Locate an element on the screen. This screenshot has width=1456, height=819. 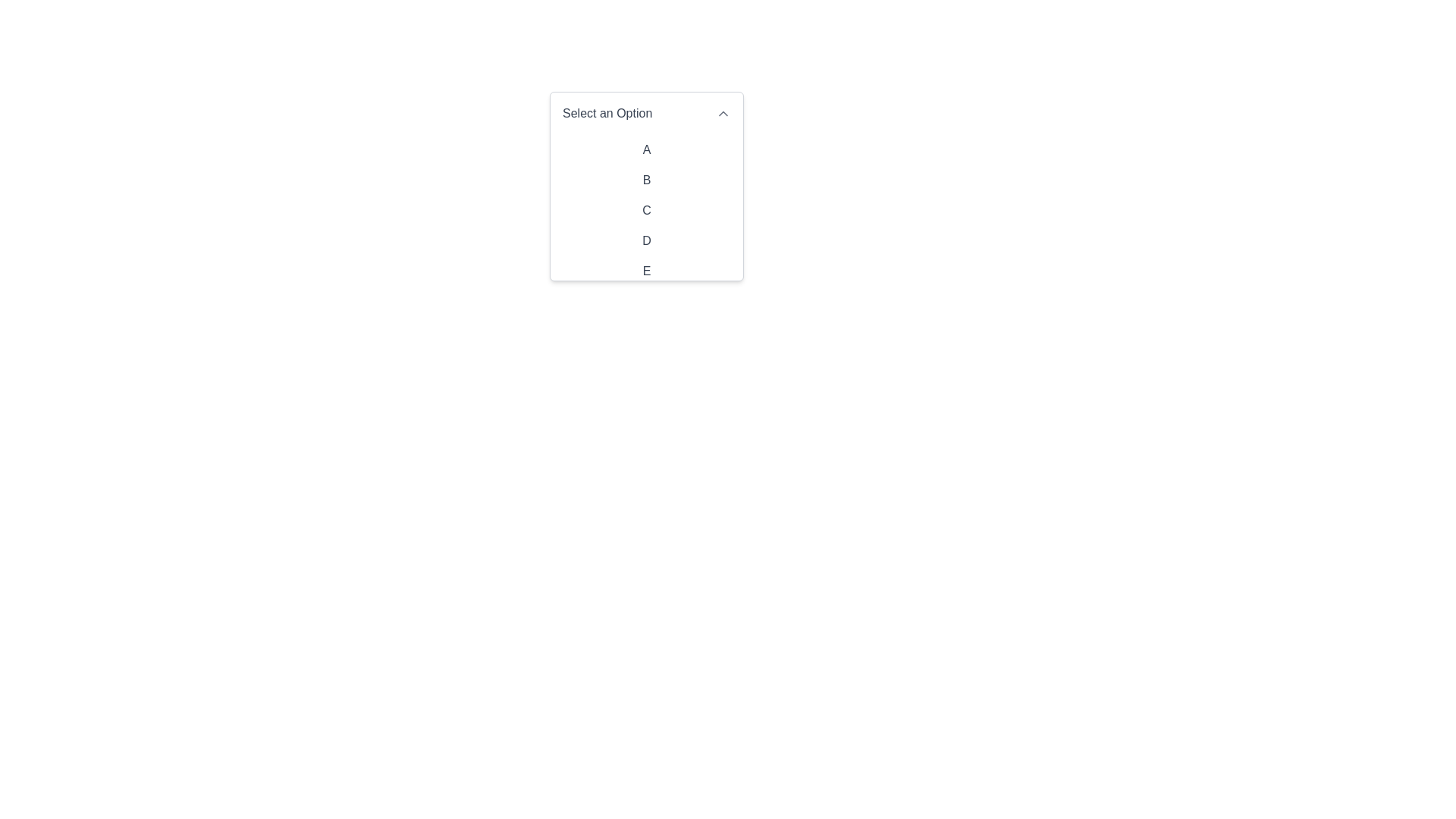
the Menu Item with the uppercase 'C' character, which is the third item in the dropdown menu is located at coordinates (647, 210).